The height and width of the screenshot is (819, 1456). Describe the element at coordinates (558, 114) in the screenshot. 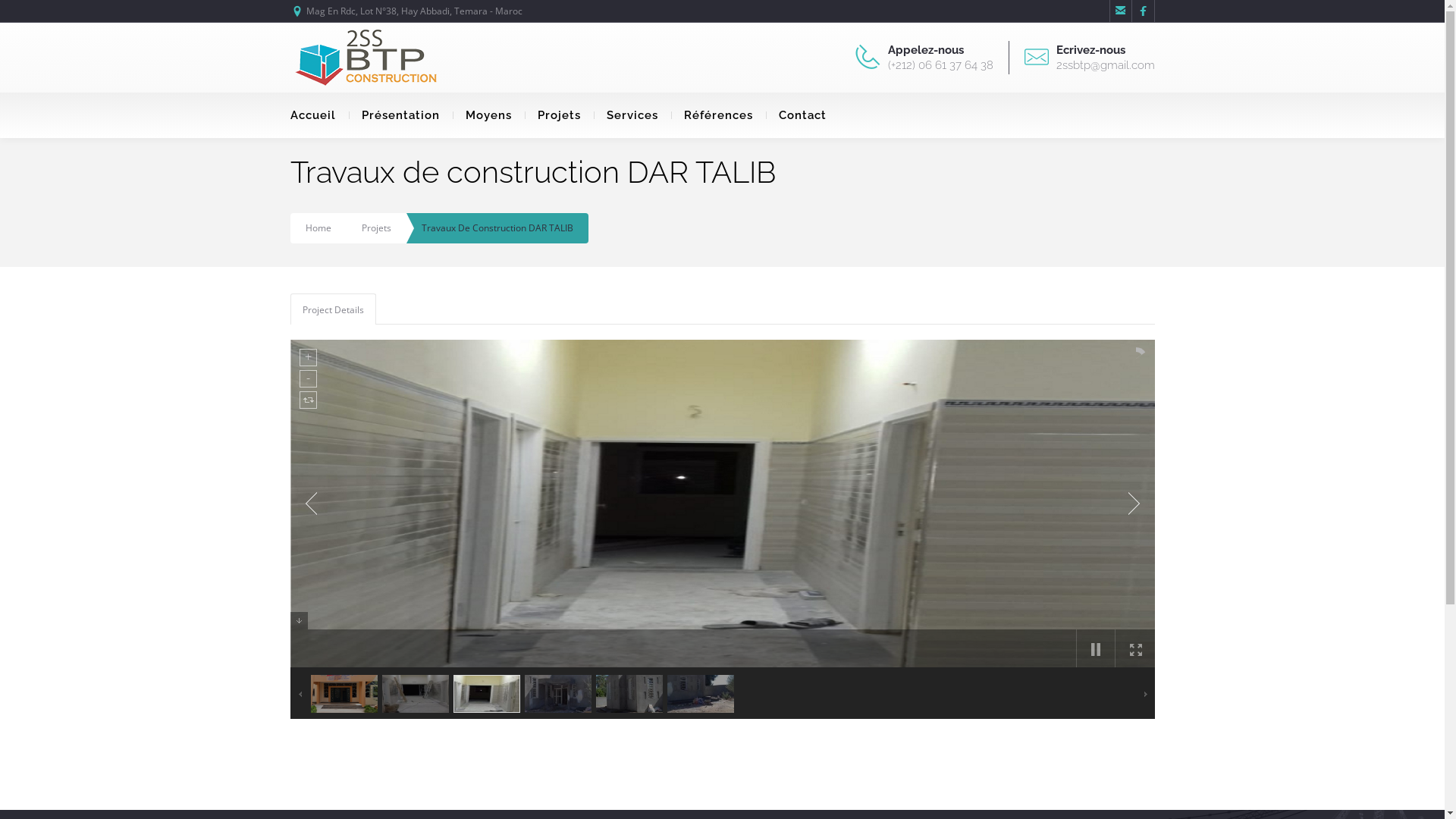

I see `'Projets'` at that location.